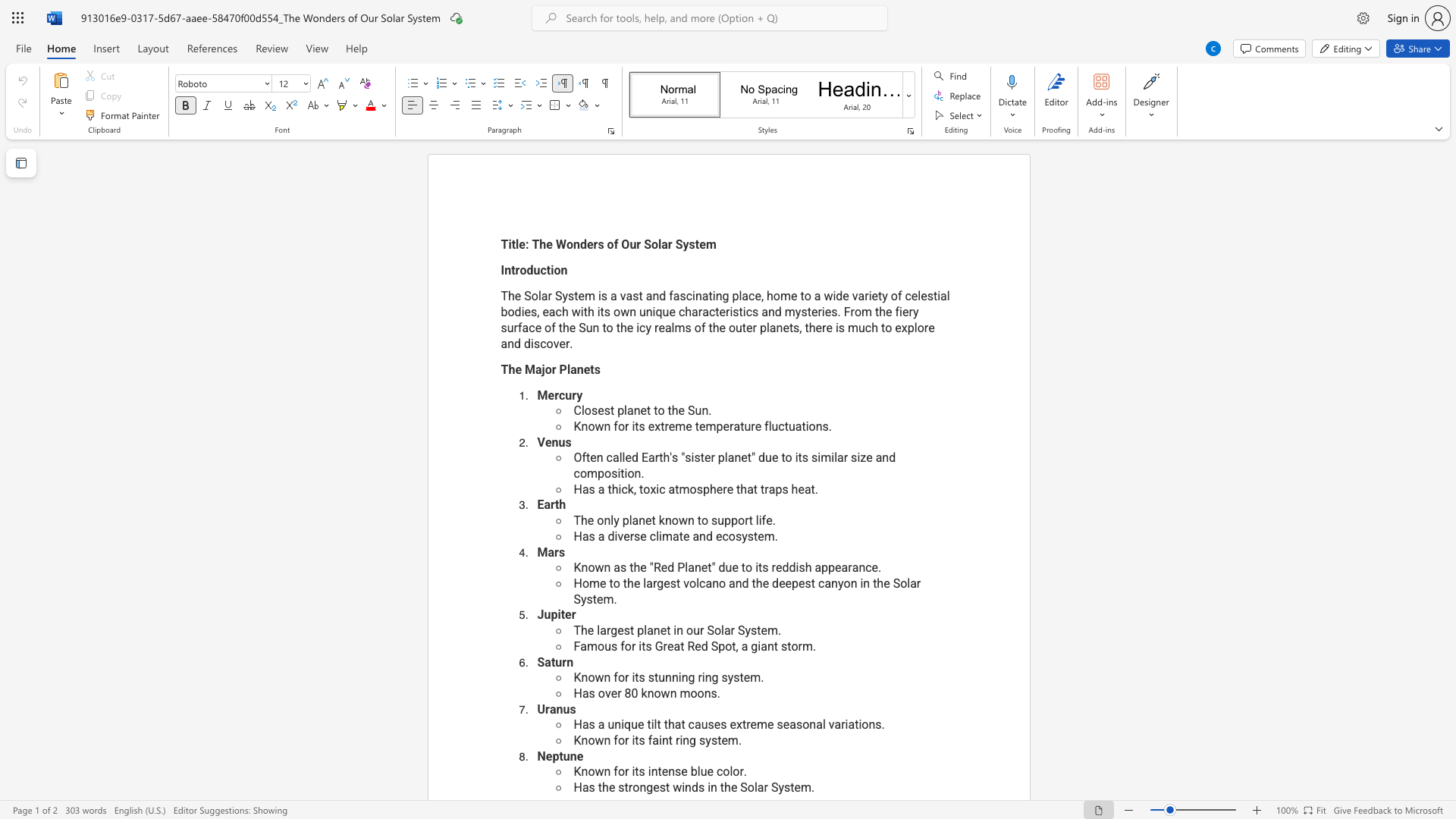 This screenshot has width=1456, height=819. Describe the element at coordinates (789, 723) in the screenshot. I see `the subset text "ason" within the text "Has a unique tilt that causes extreme seasonal variations."` at that location.